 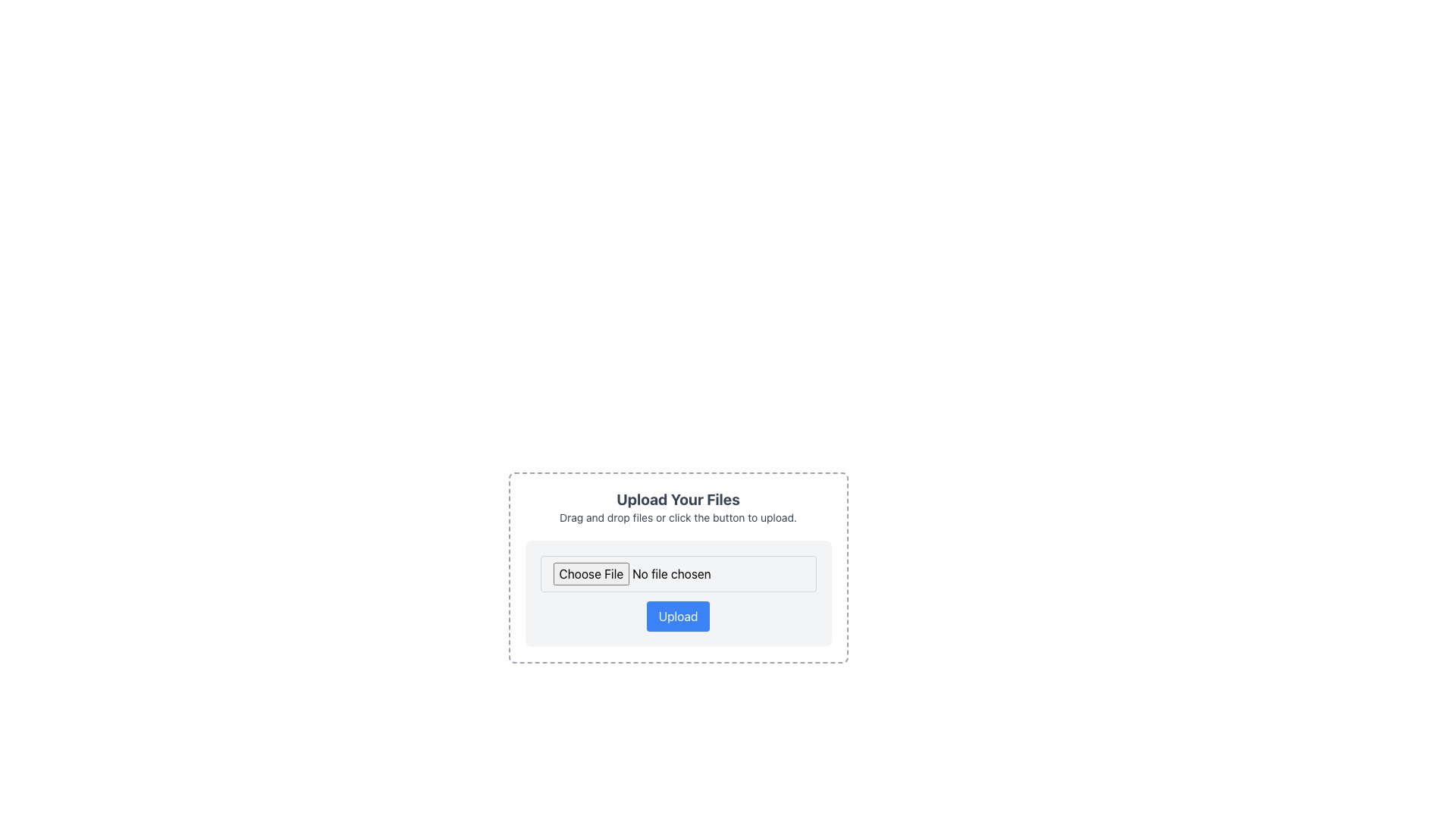 What do you see at coordinates (677, 617) in the screenshot?
I see `the button that triggers the upload process for the selected file, located within the 'Upload Your Files' section` at bounding box center [677, 617].